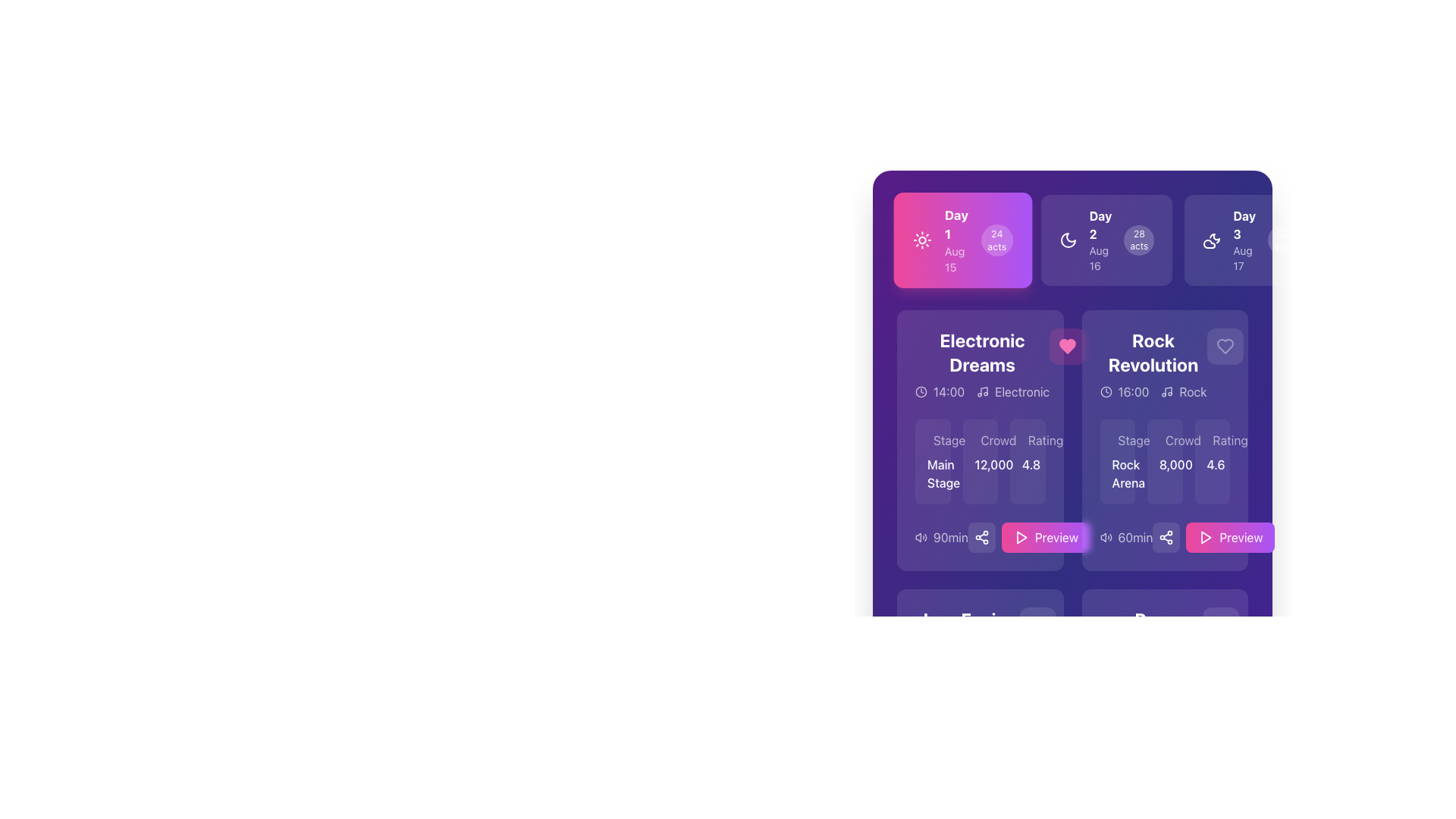  I want to click on the decorative circular shape that forms part of the SVG clock icon in the 'Rock Revolution' section, which is centered within the clock's outline, so click(1106, 391).